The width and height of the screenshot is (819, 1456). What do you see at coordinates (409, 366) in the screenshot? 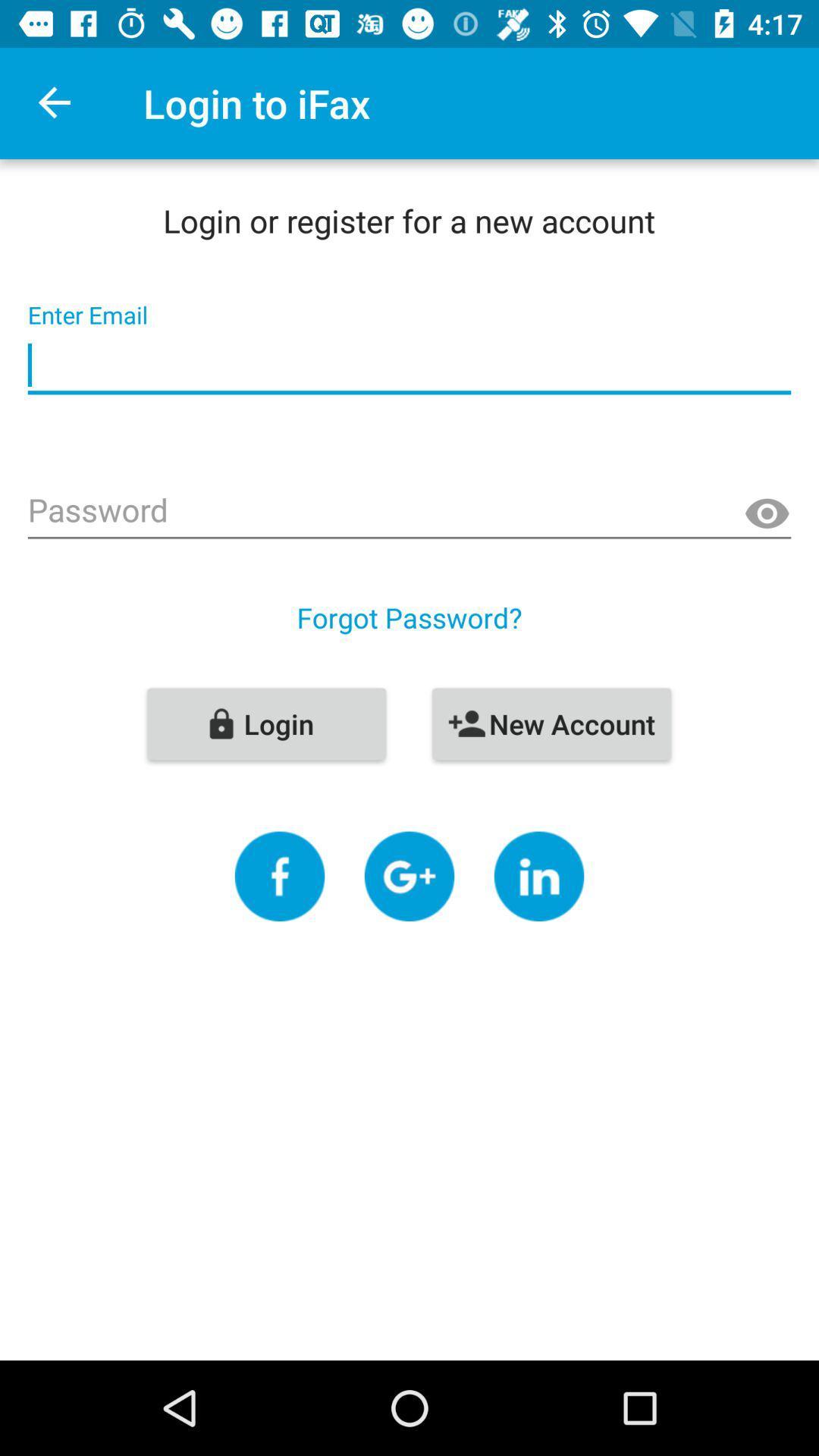
I see `bring up keyboard to enter email` at bounding box center [409, 366].